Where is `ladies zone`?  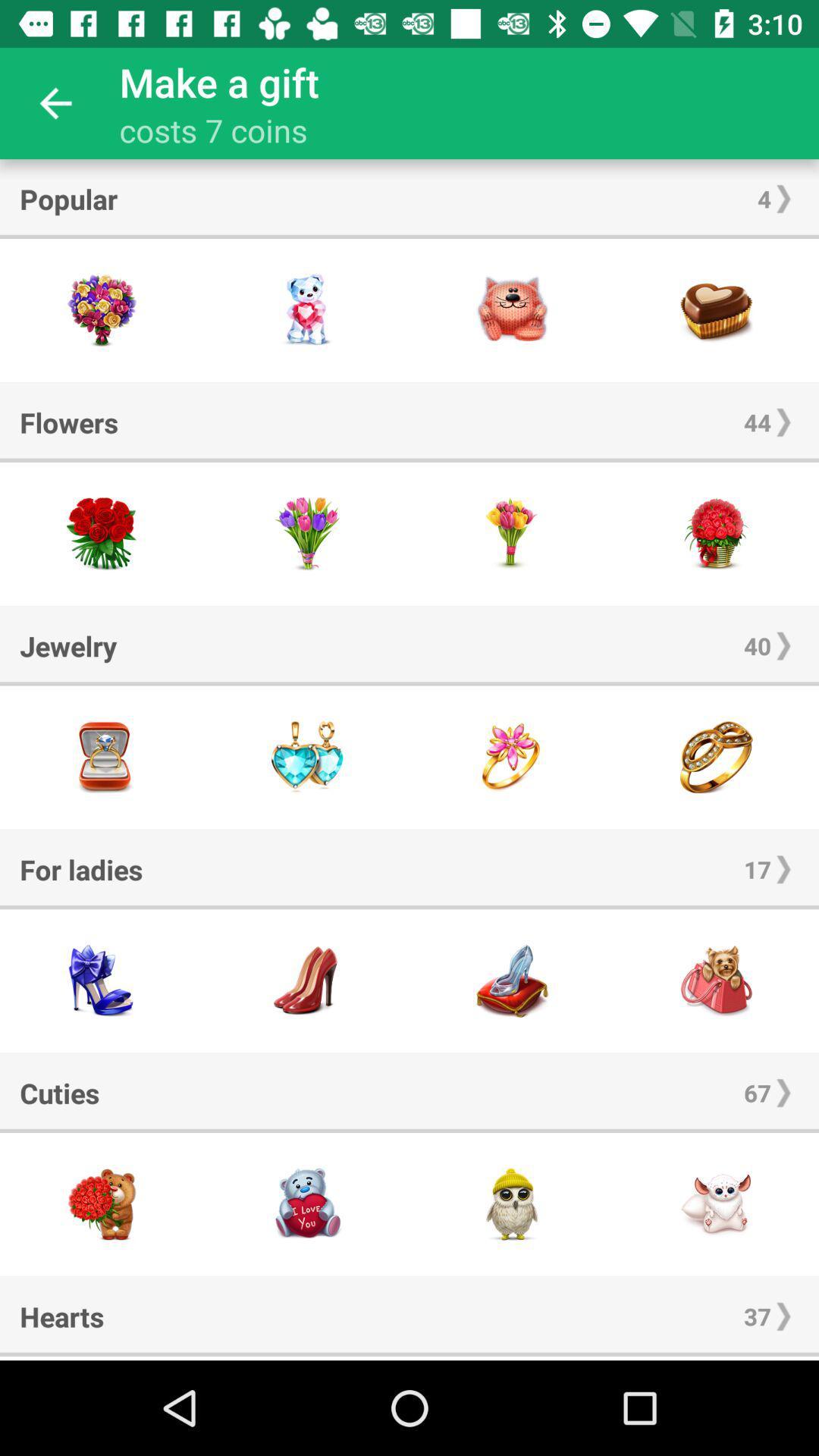 ladies zone is located at coordinates (512, 981).